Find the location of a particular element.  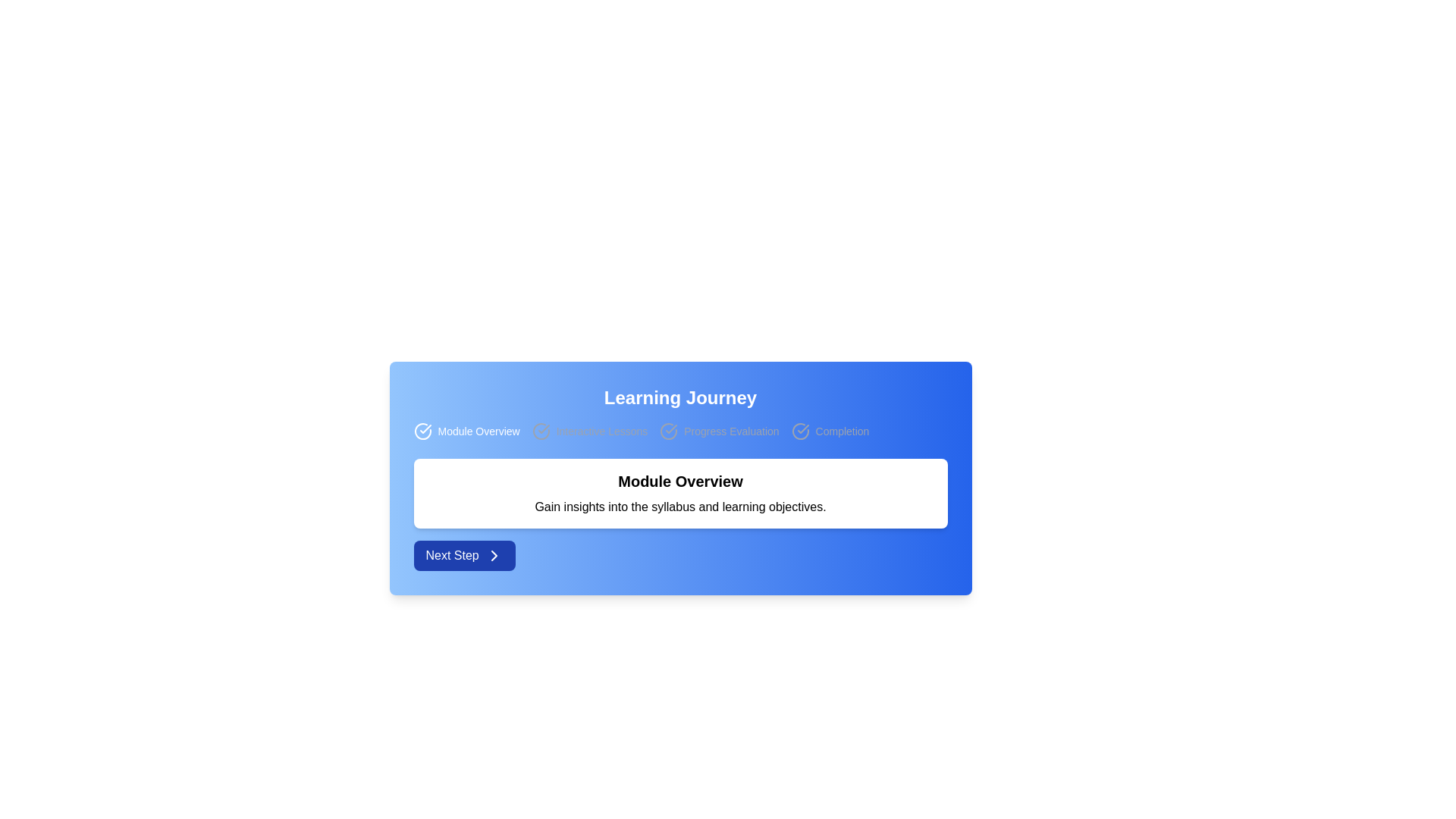

the 'Progress Evaluation' text with icon, which indicates the current phase of the progress tracker in the learning interface is located at coordinates (718, 431).